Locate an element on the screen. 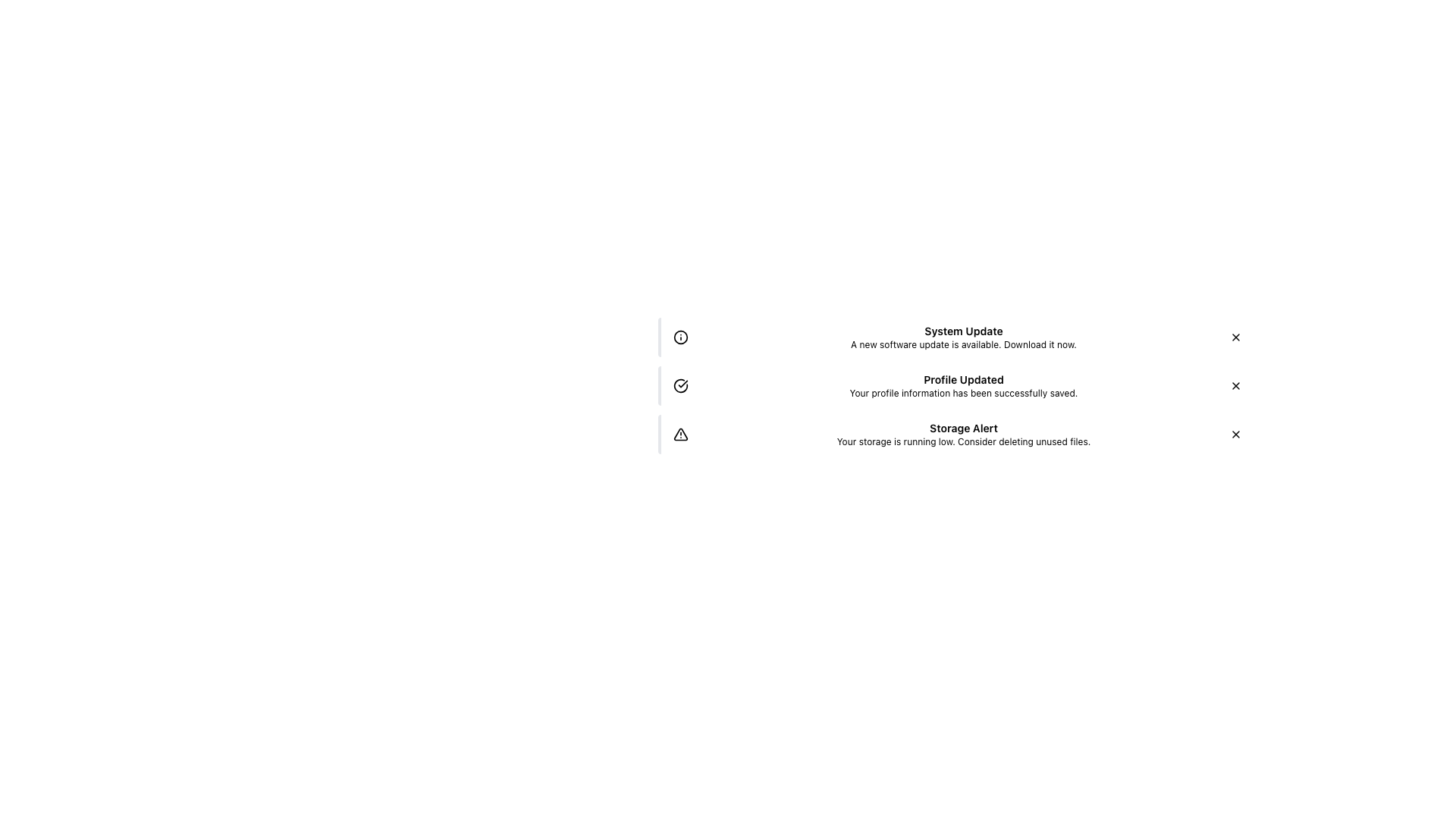 This screenshot has width=1456, height=819. the notification message indicating successful profile update, which is the second notification in a vertical stack of three notifications is located at coordinates (955, 385).